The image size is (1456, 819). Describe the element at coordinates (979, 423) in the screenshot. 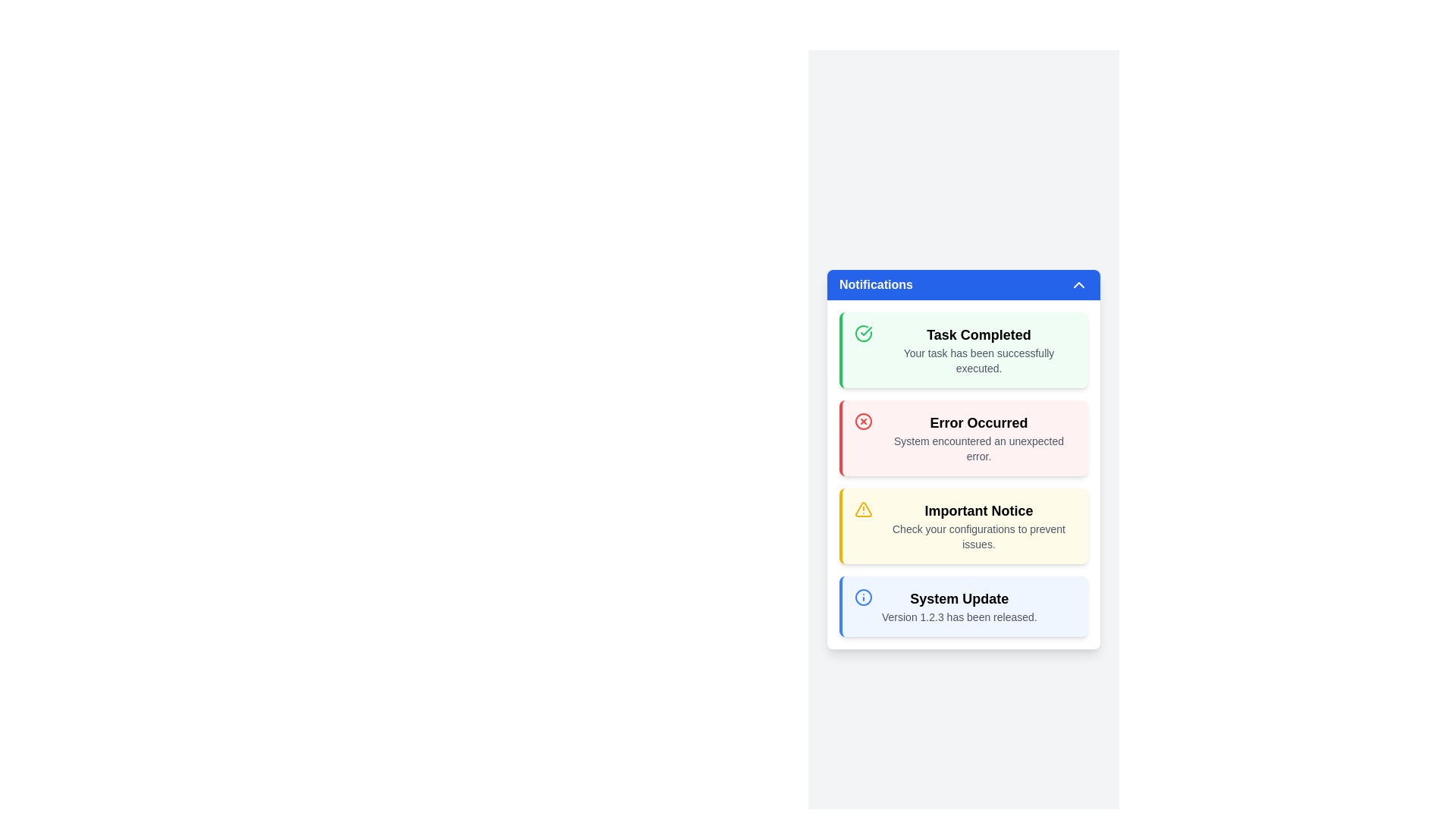

I see `the main title text label of the alert box indicating an error, located centrally in the highlighted red box under the 'Notifications' section` at that location.